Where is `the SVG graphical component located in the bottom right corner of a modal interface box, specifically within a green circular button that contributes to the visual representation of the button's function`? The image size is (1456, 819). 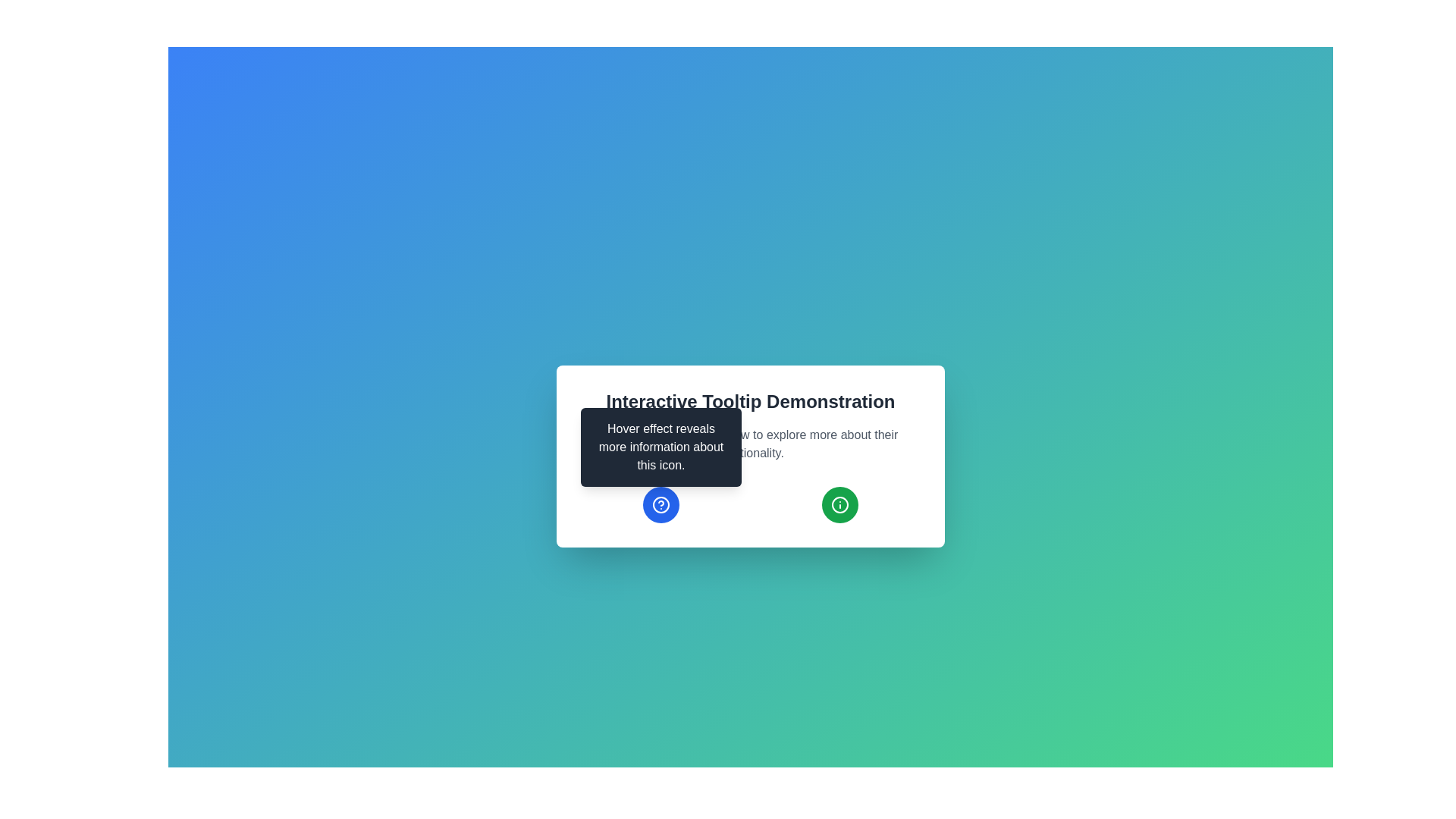
the SVG graphical component located in the bottom right corner of a modal interface box, specifically within a green circular button that contributes to the visual representation of the button's function is located at coordinates (839, 505).